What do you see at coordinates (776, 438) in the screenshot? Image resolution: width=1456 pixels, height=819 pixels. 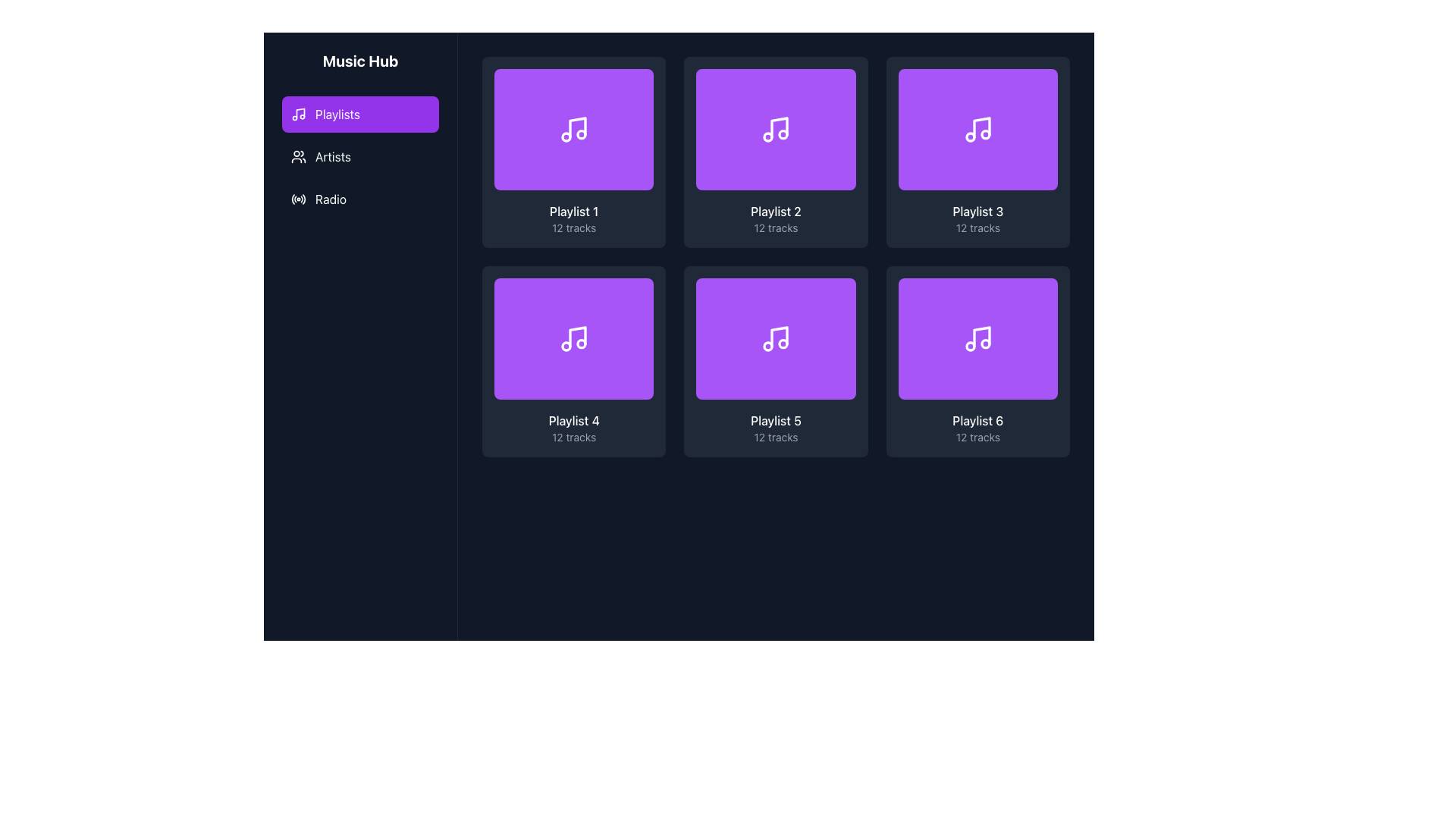 I see `the text label that provides information about the number of tracks in 'Playlist 5', located at the bottom of the playlist card` at bounding box center [776, 438].